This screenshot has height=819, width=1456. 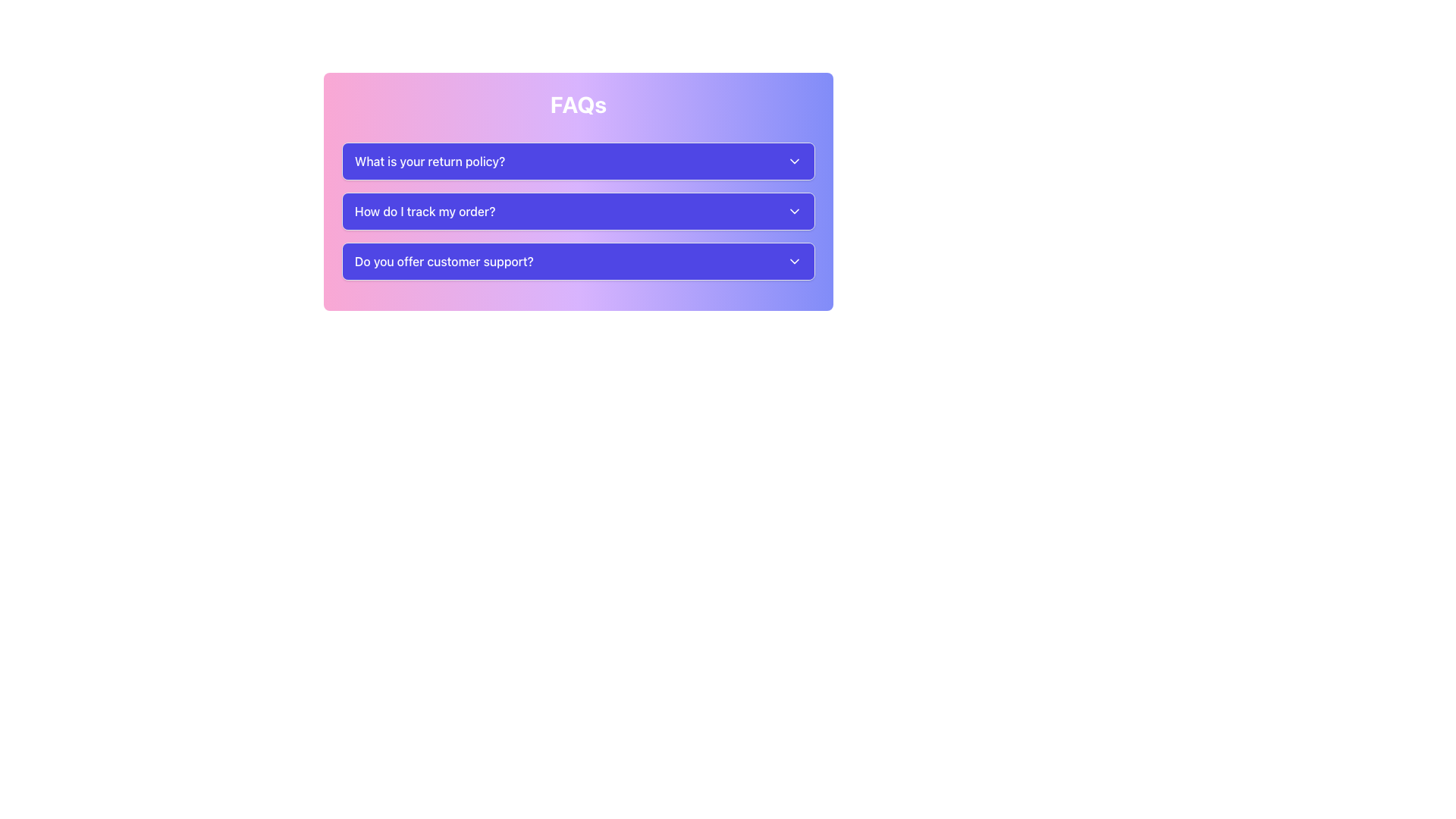 I want to click on the text component of the first blue button in the FAQ section that reveals the answer to a frequently asked question, so click(x=429, y=161).